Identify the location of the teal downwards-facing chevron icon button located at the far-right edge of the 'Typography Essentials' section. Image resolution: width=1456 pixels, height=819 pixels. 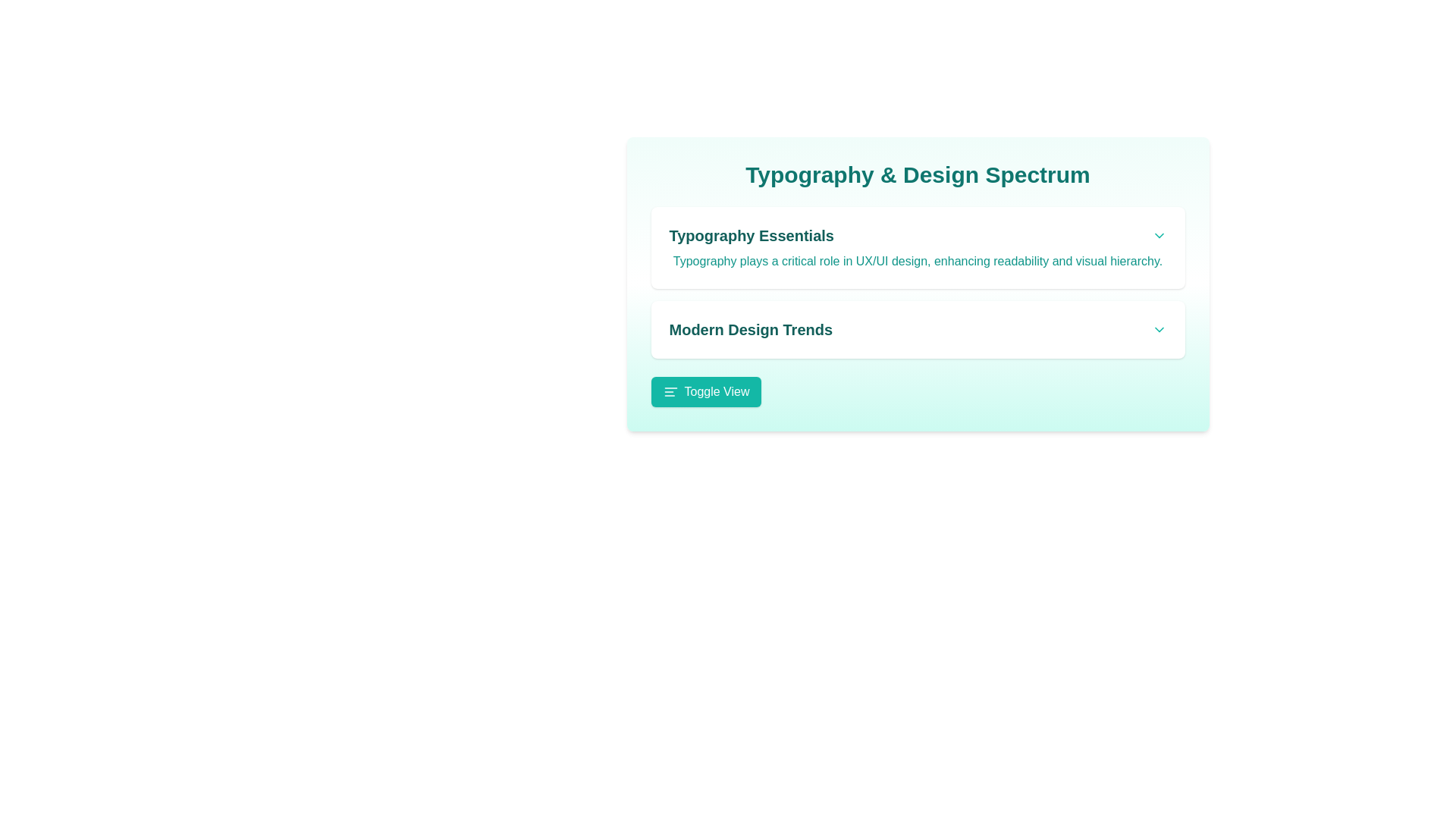
(1158, 236).